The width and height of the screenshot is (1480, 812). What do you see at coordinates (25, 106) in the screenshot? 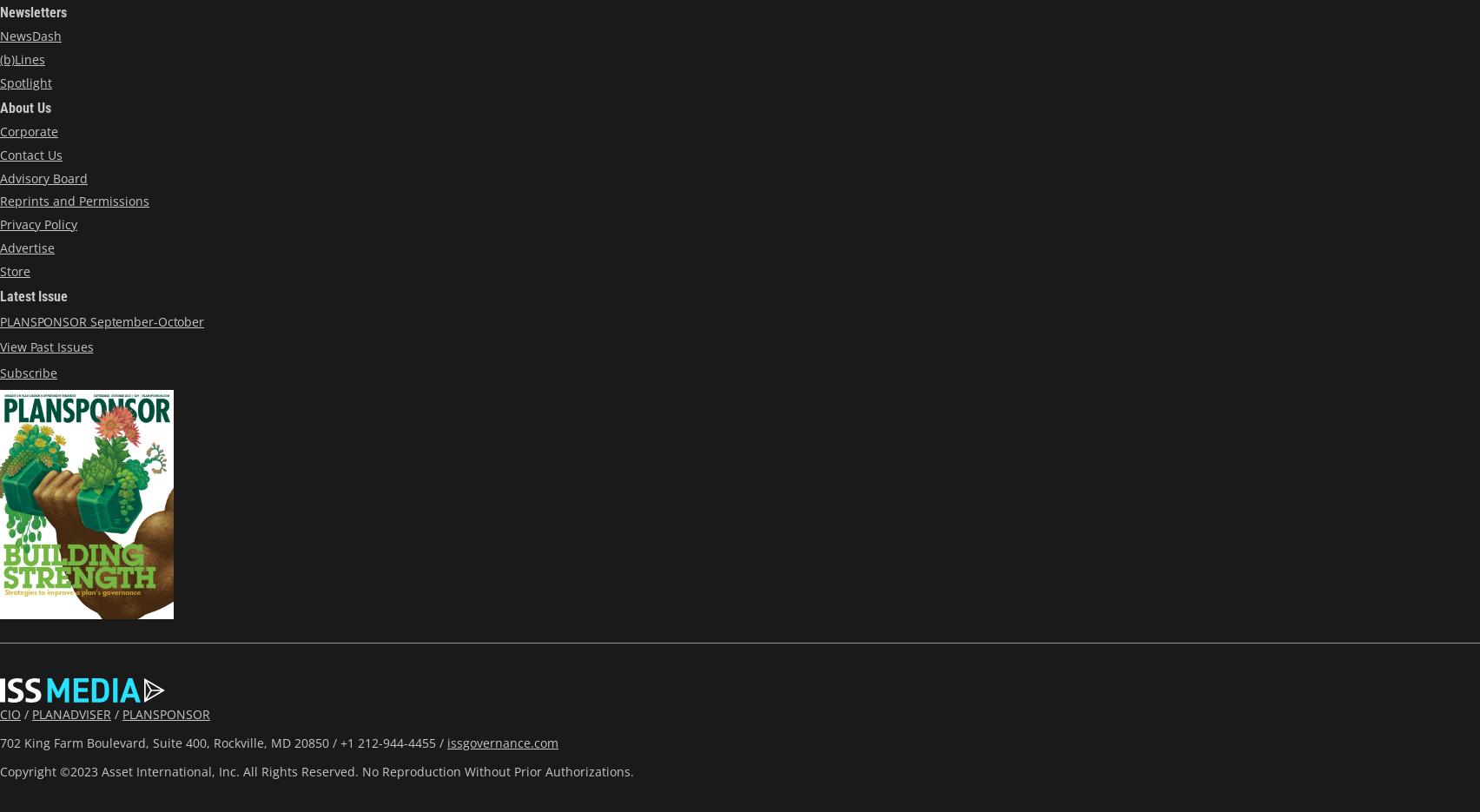
I see `'About Us'` at bounding box center [25, 106].